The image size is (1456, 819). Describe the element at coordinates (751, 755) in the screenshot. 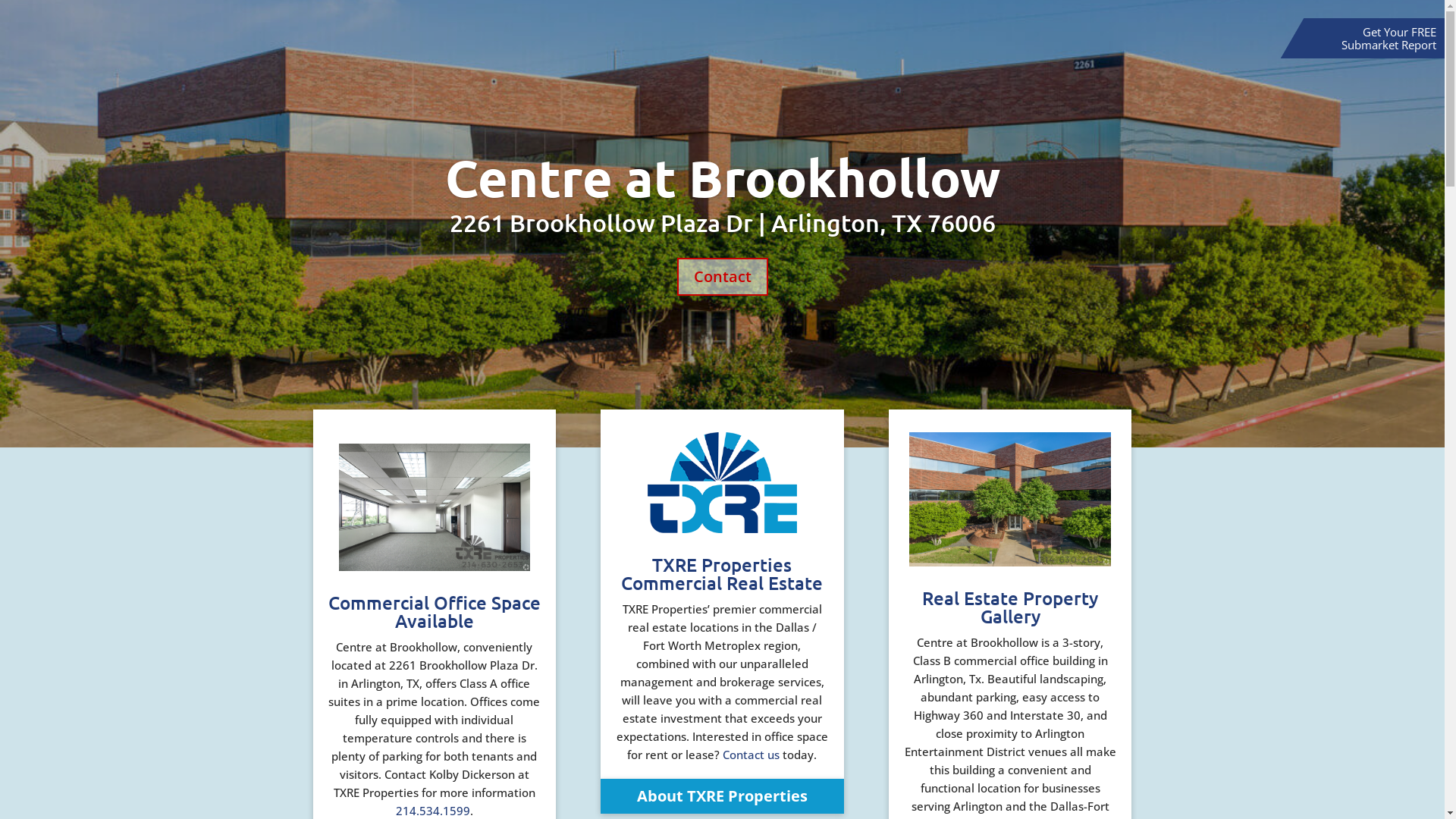

I see `'Contact us'` at that location.